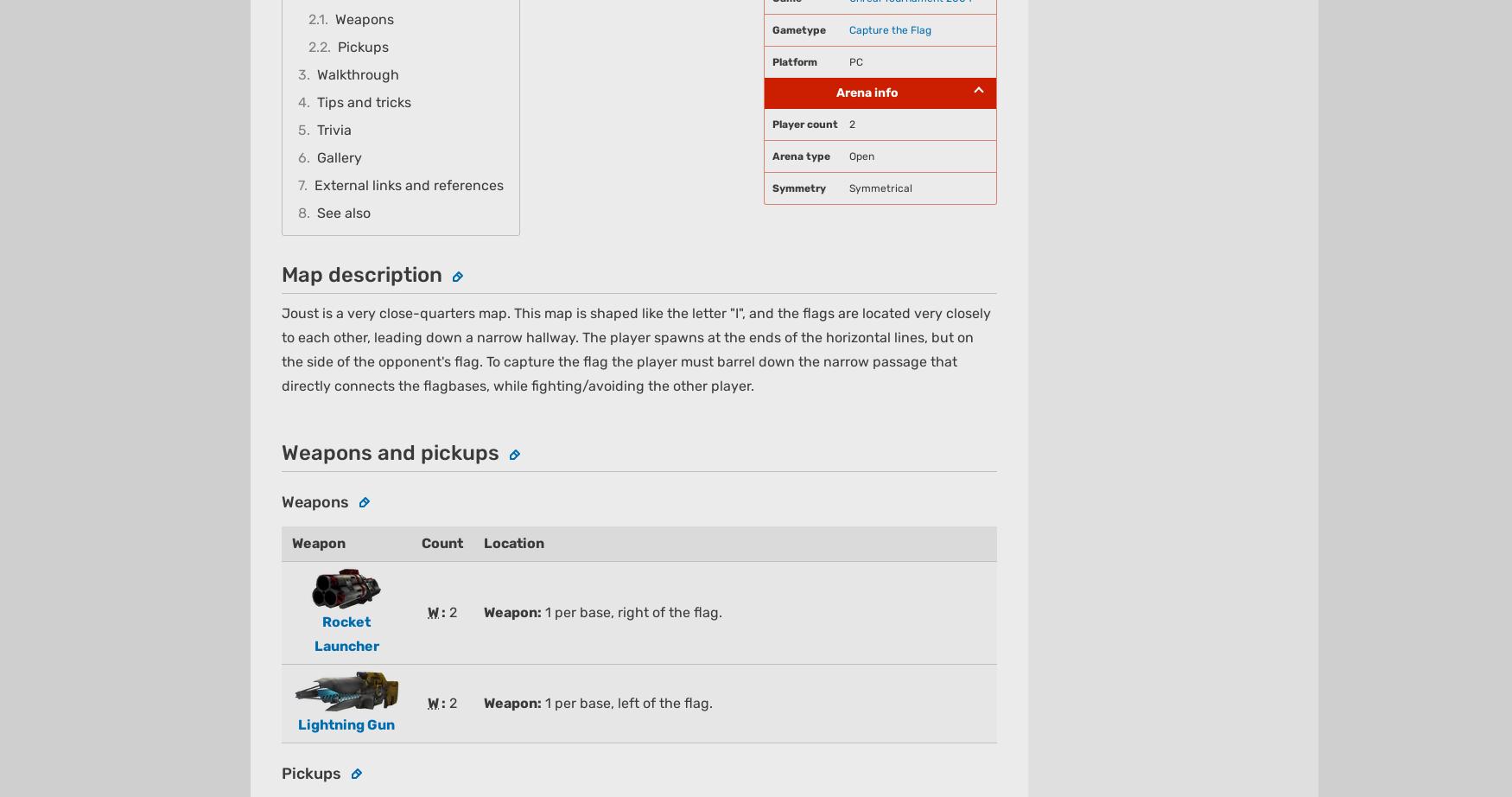 Image resolution: width=1512 pixels, height=797 pixels. Describe the element at coordinates (911, 15) in the screenshot. I see `'Expand'` at that location.